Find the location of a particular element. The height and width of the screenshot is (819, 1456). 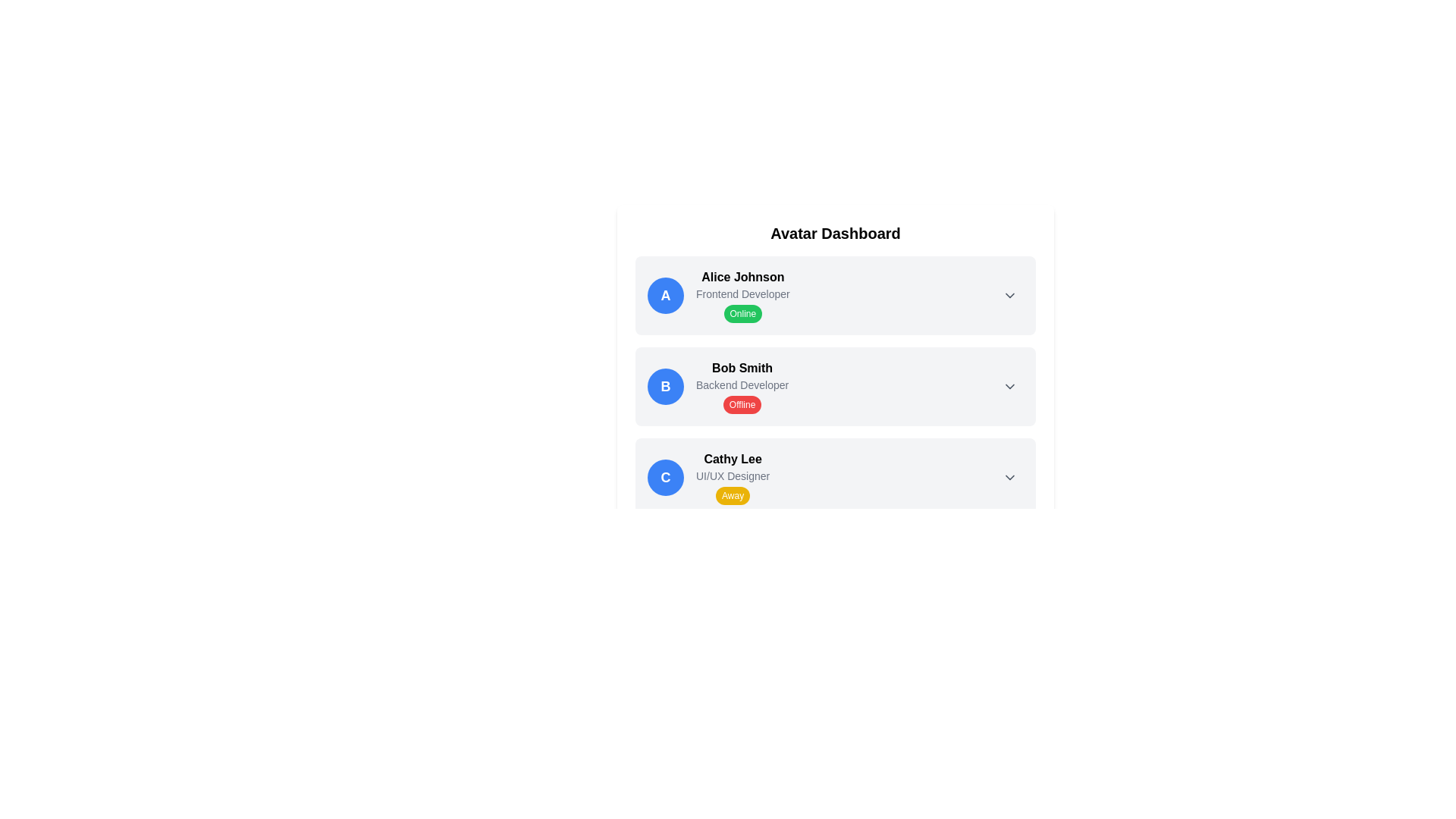

the downwards-facing chevron icon at the end of the 'Cathy Lee, UI/UX Designer, Away' section is located at coordinates (1009, 476).